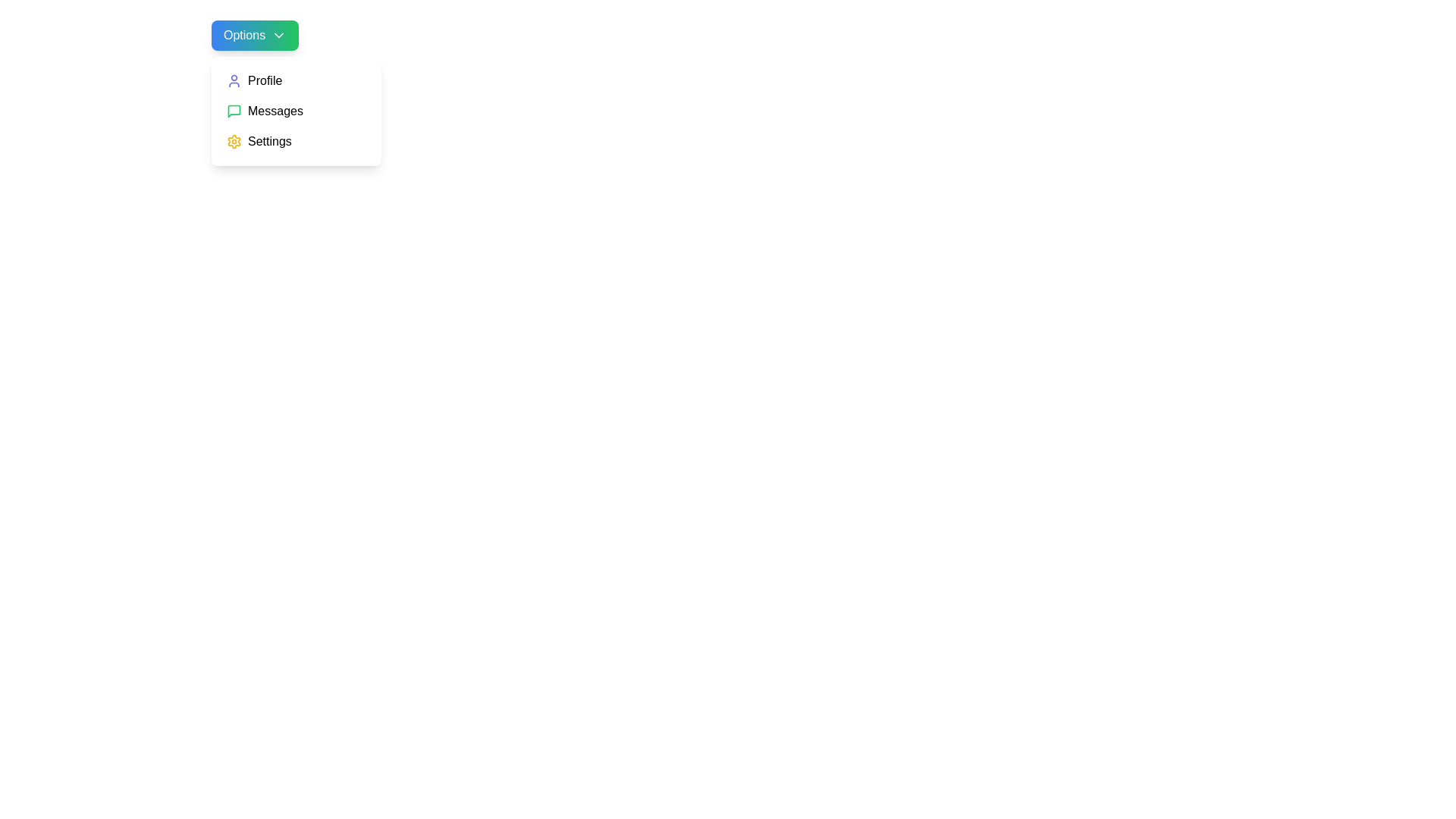 The image size is (1456, 819). Describe the element at coordinates (255, 34) in the screenshot. I see `the dropdown toggle button to toggle the menu` at that location.